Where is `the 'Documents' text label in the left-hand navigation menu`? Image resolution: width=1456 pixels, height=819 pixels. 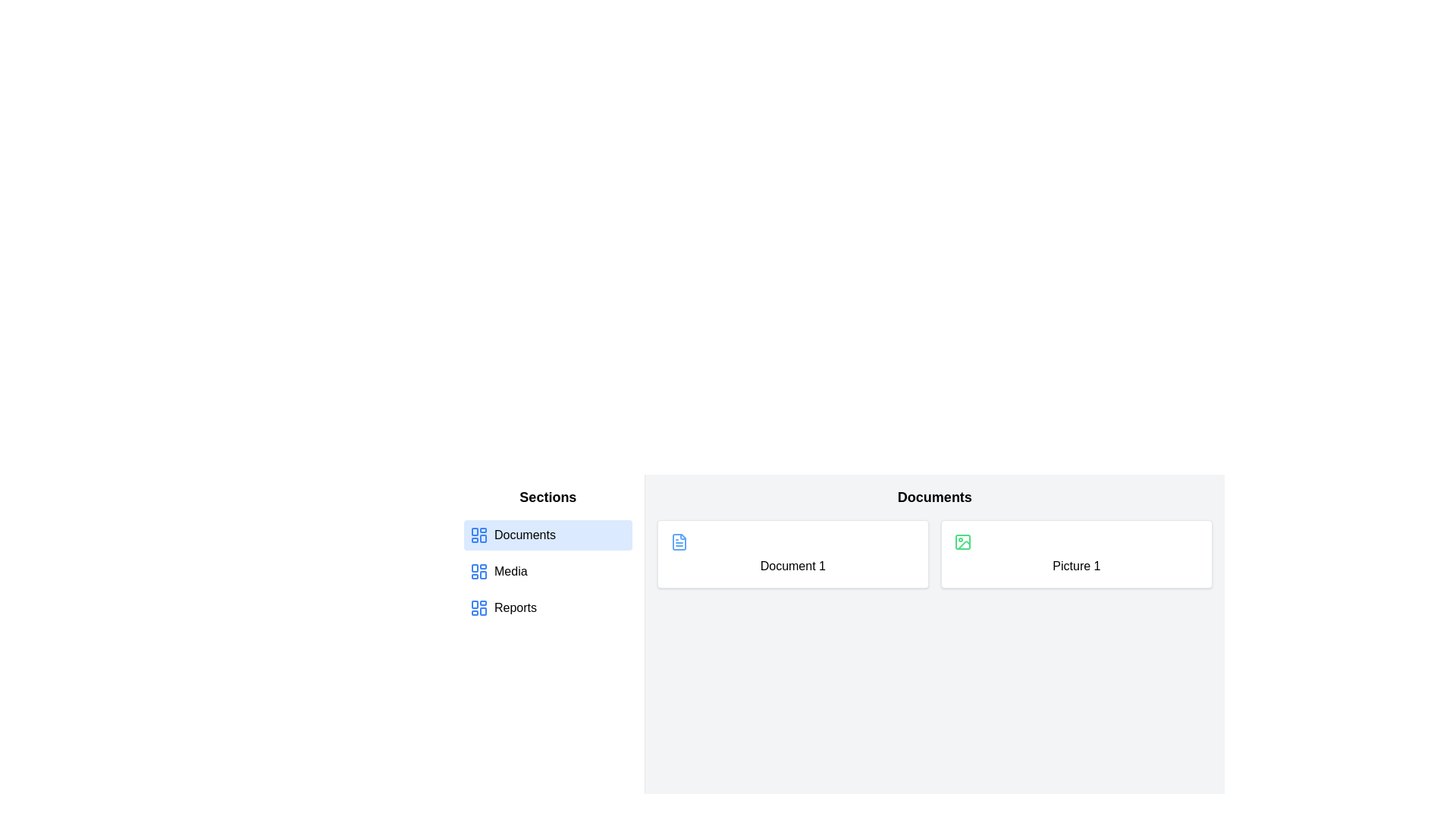 the 'Documents' text label in the left-hand navigation menu is located at coordinates (525, 534).